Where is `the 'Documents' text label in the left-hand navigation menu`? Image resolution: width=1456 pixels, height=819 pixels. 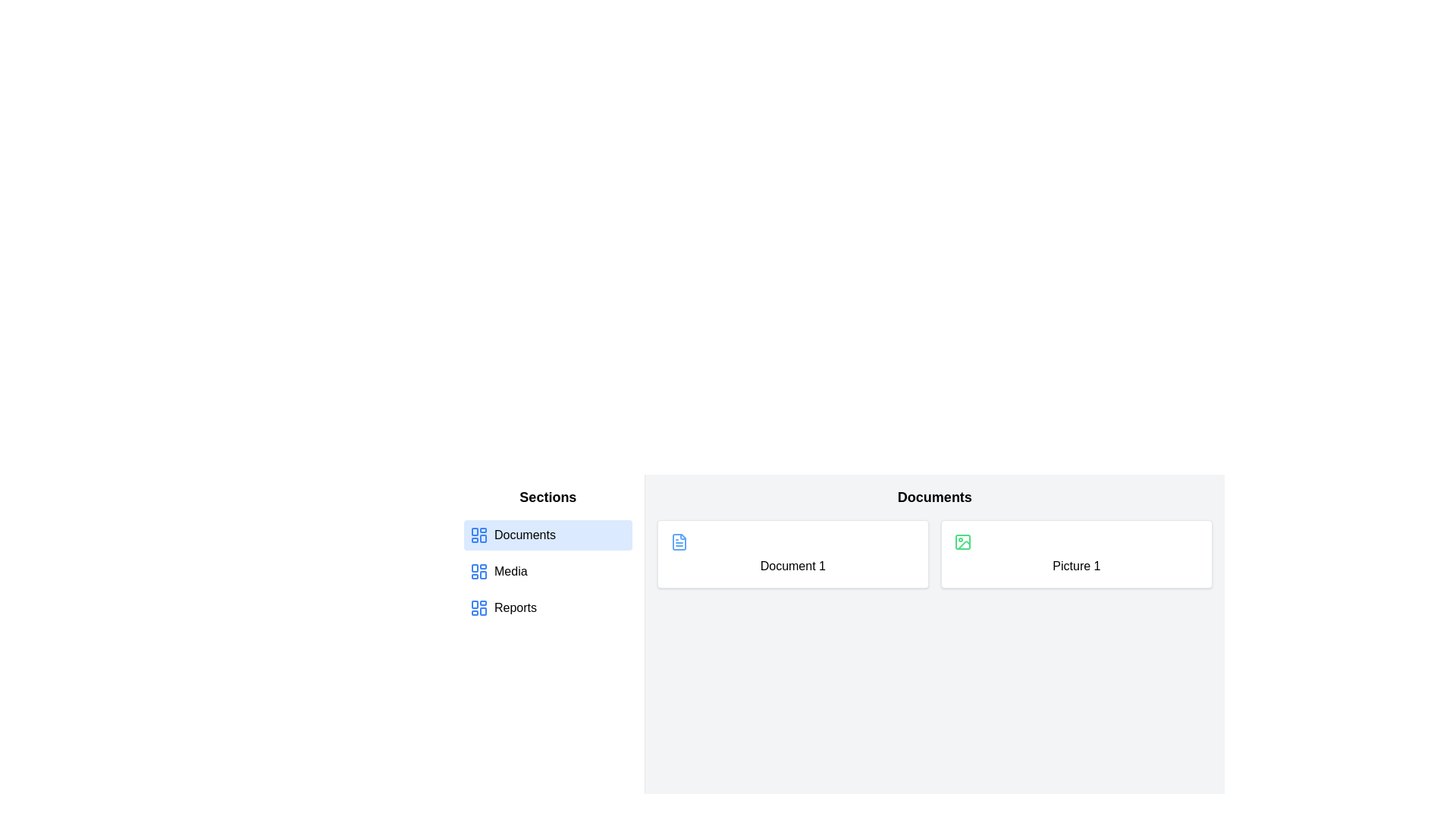 the 'Documents' text label in the left-hand navigation menu is located at coordinates (525, 534).